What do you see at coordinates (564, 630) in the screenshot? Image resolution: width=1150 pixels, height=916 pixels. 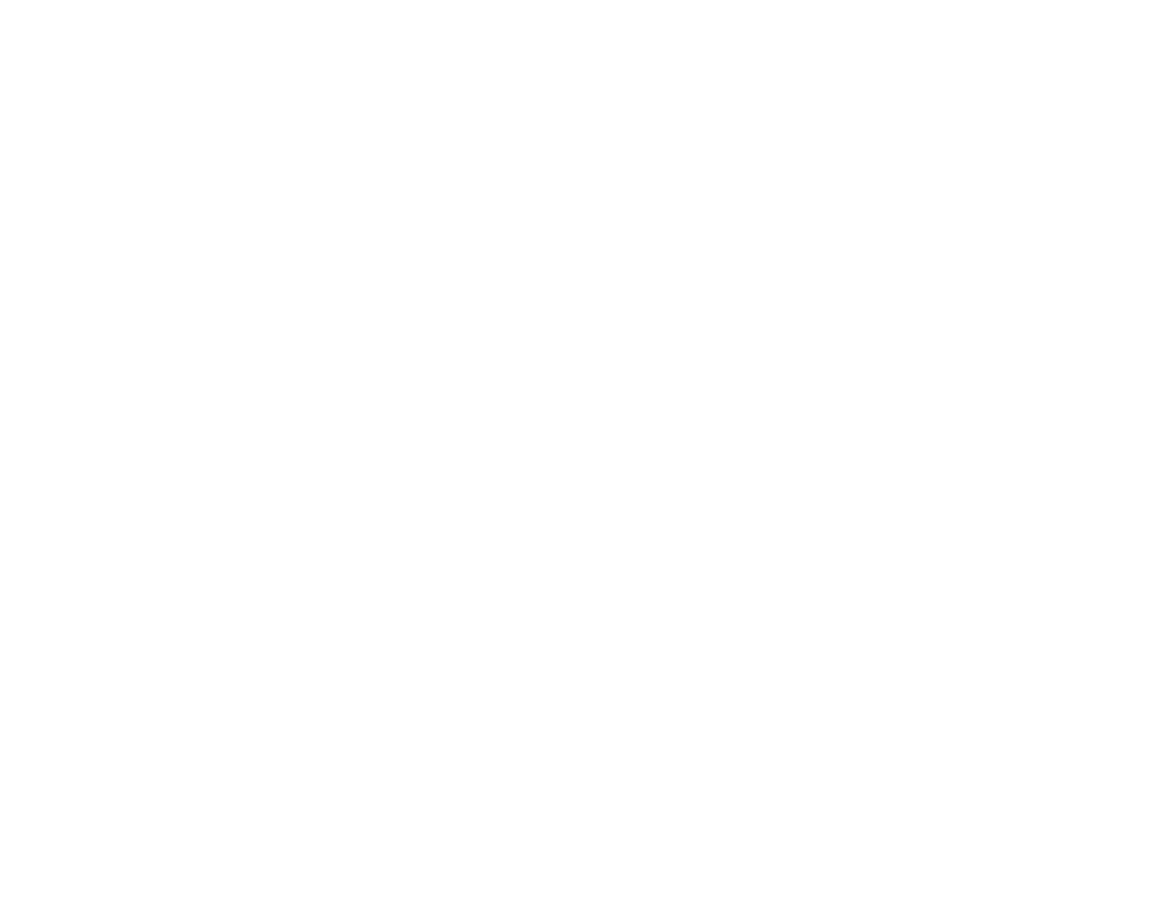 I see `'YCD Multimedia and Telecine RAMP Up digital signage for financial institutions'` at bounding box center [564, 630].